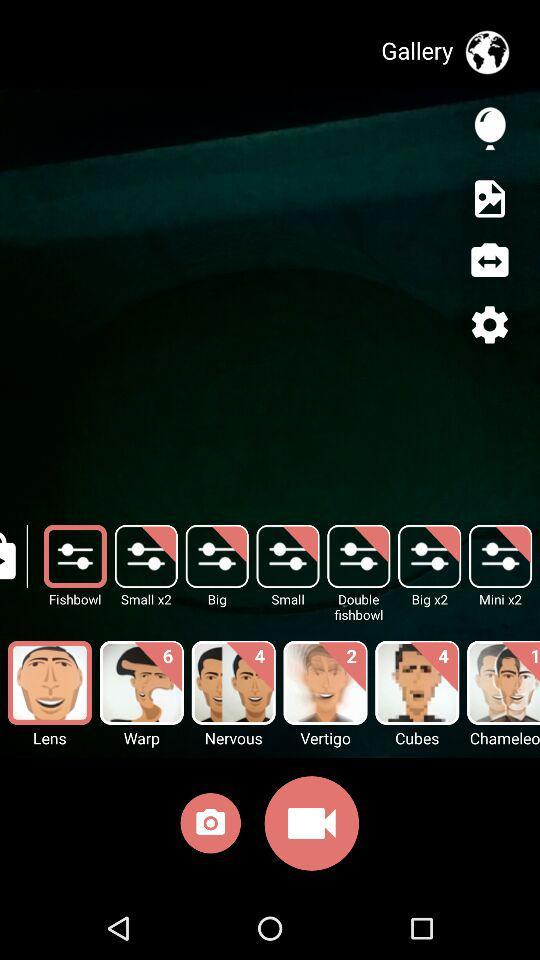 The height and width of the screenshot is (960, 540). I want to click on the image above the text called vertigo, so click(325, 683).